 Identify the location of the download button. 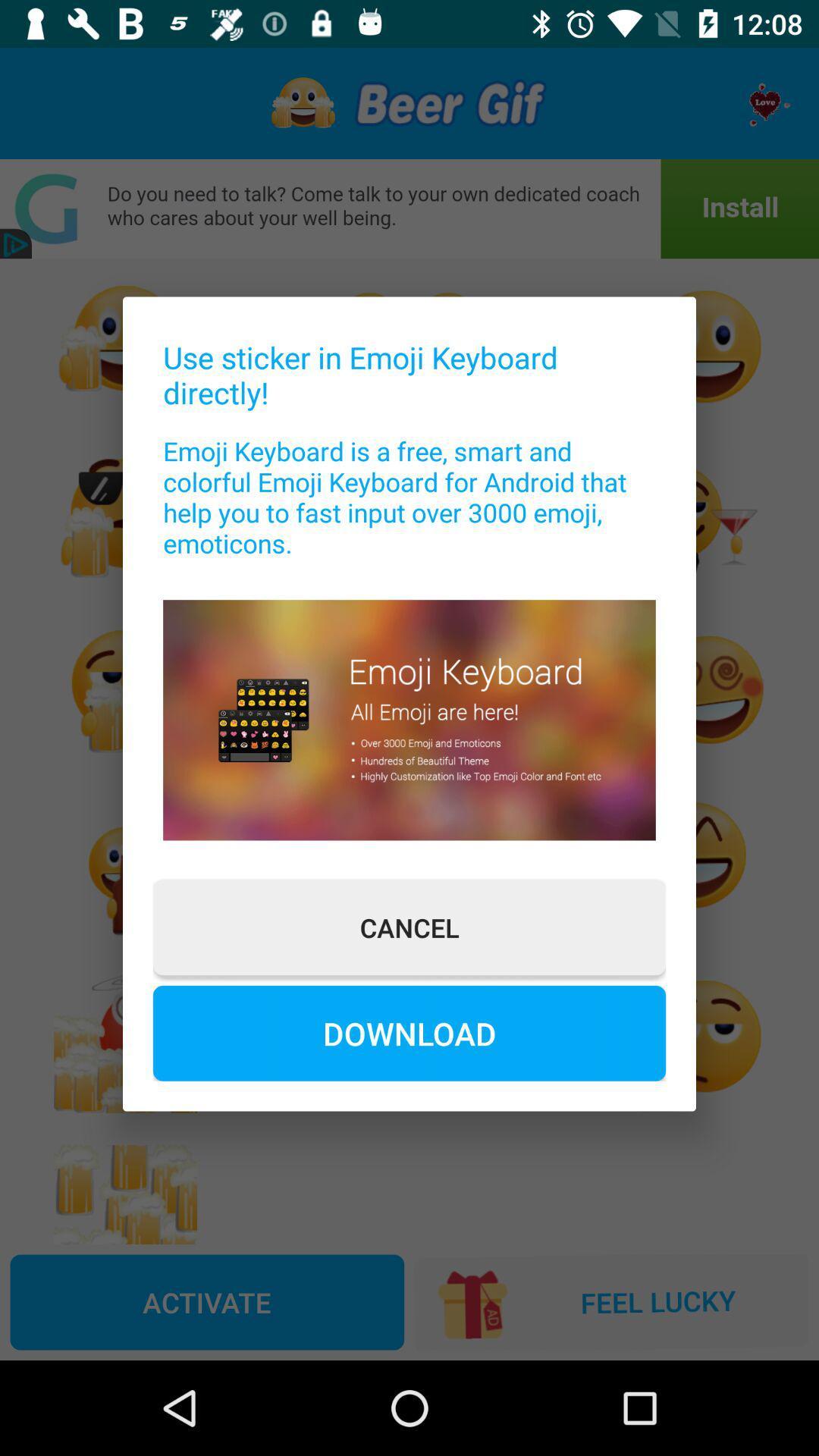
(409, 1032).